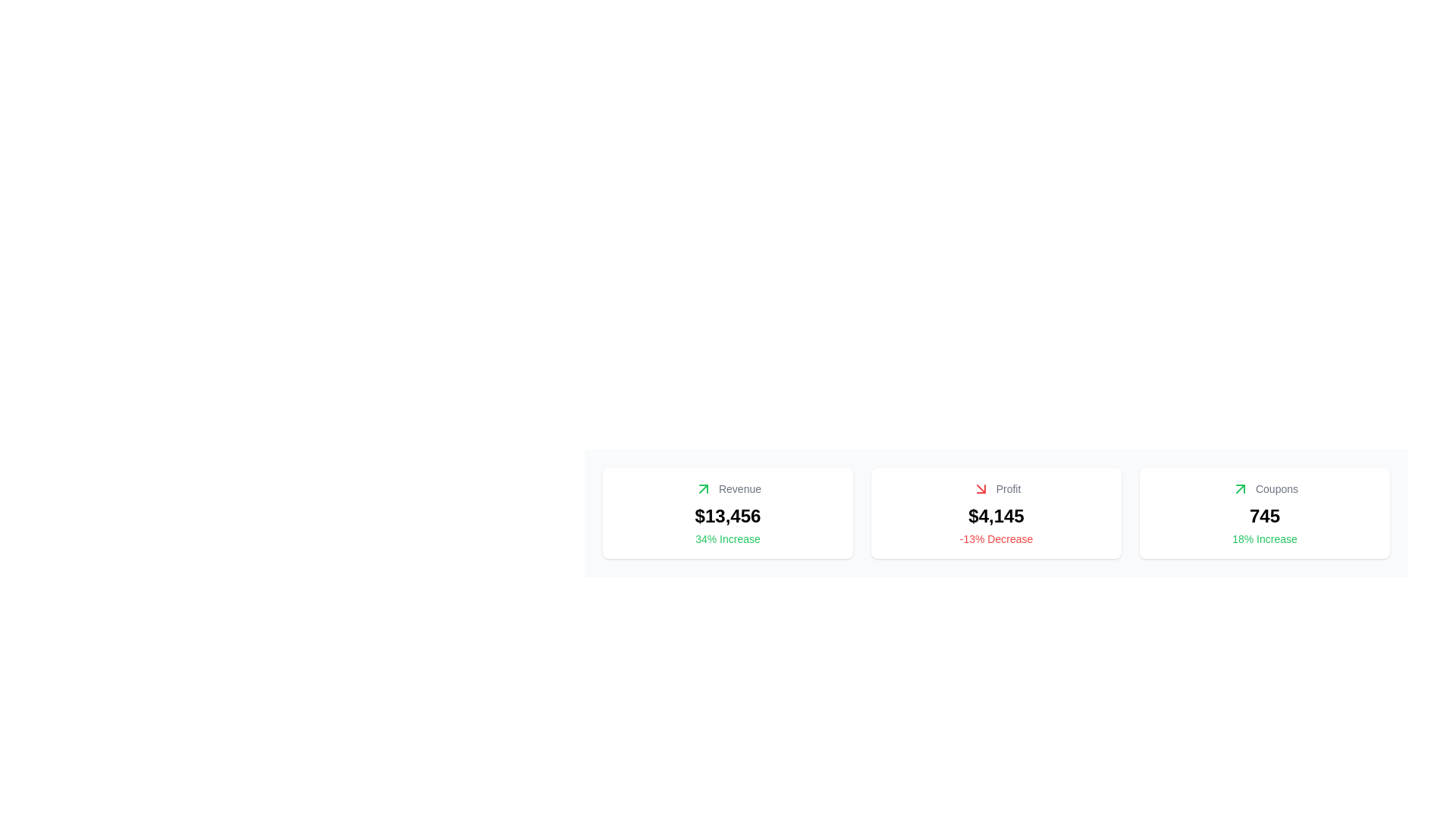  What do you see at coordinates (1264, 488) in the screenshot?
I see `the 'Coupons' label which features a green upward-right arrow icon and is located at the top of the last card in a row of three cards` at bounding box center [1264, 488].